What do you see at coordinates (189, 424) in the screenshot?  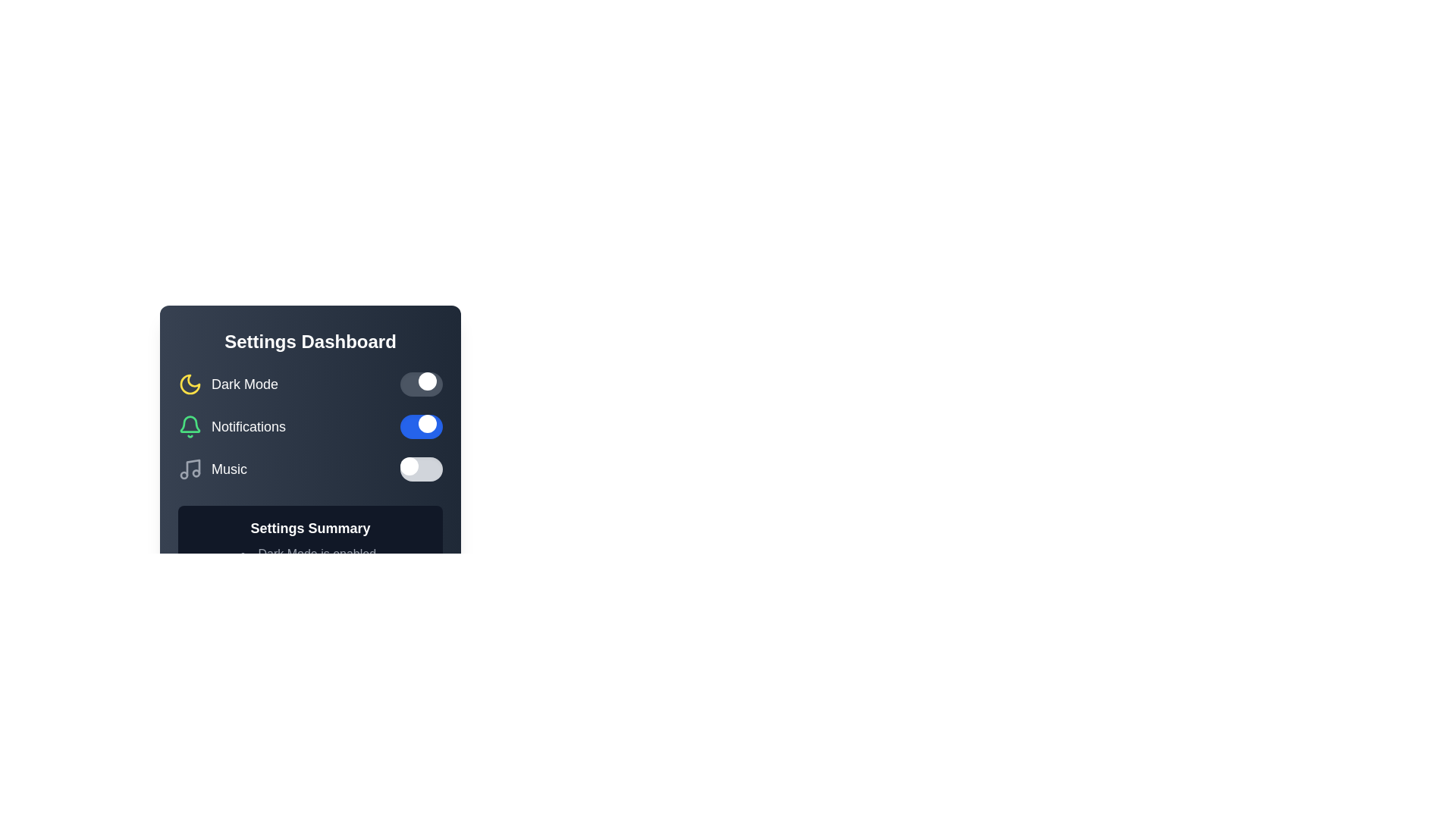 I see `the bell icon with a green outline, which is located to the left of the 'Notifications' text in the settings dashboard layout` at bounding box center [189, 424].